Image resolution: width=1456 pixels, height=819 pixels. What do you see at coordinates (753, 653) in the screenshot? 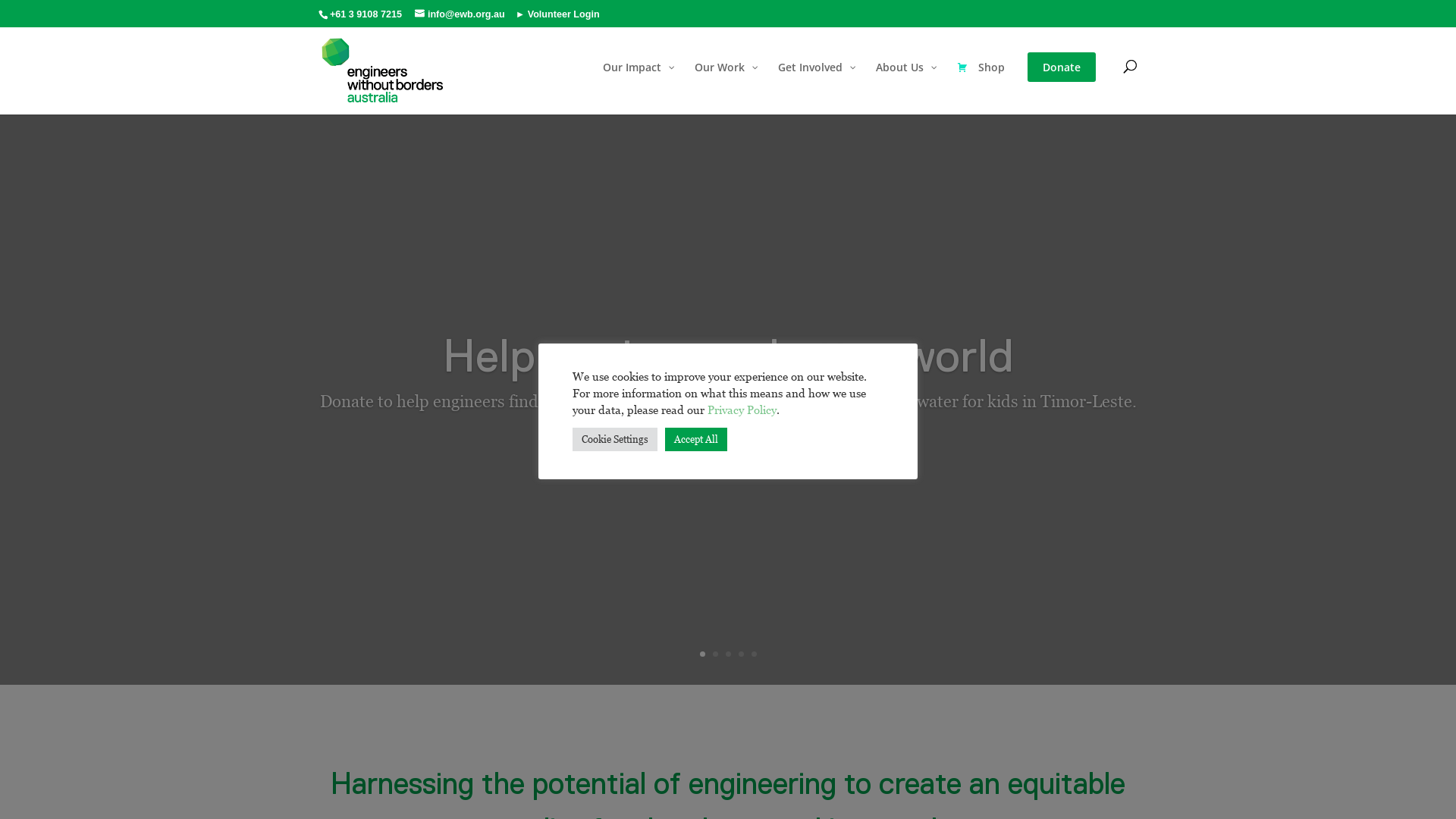
I see `'5'` at bounding box center [753, 653].